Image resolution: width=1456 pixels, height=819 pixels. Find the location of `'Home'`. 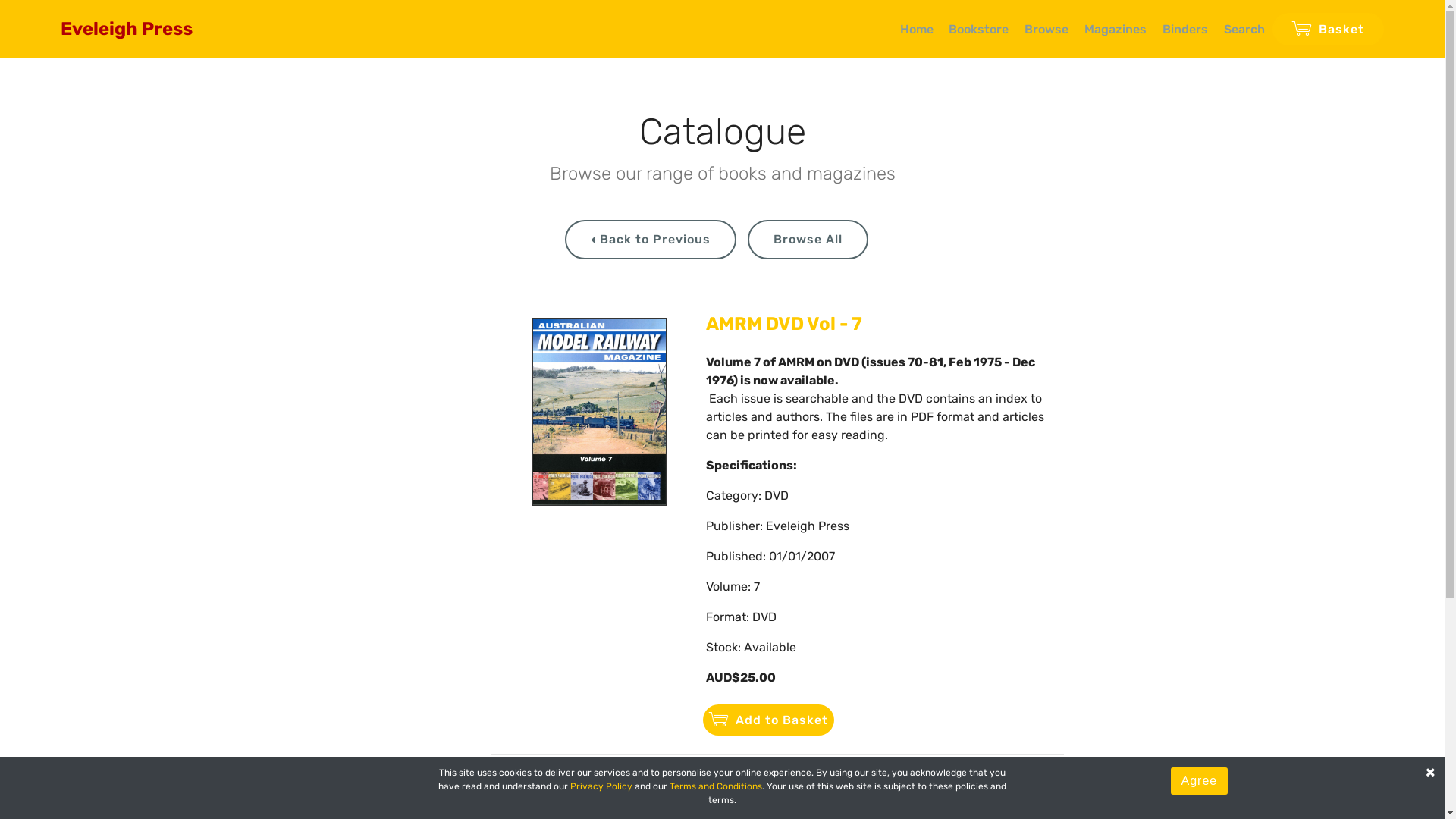

'Home' is located at coordinates (916, 29).